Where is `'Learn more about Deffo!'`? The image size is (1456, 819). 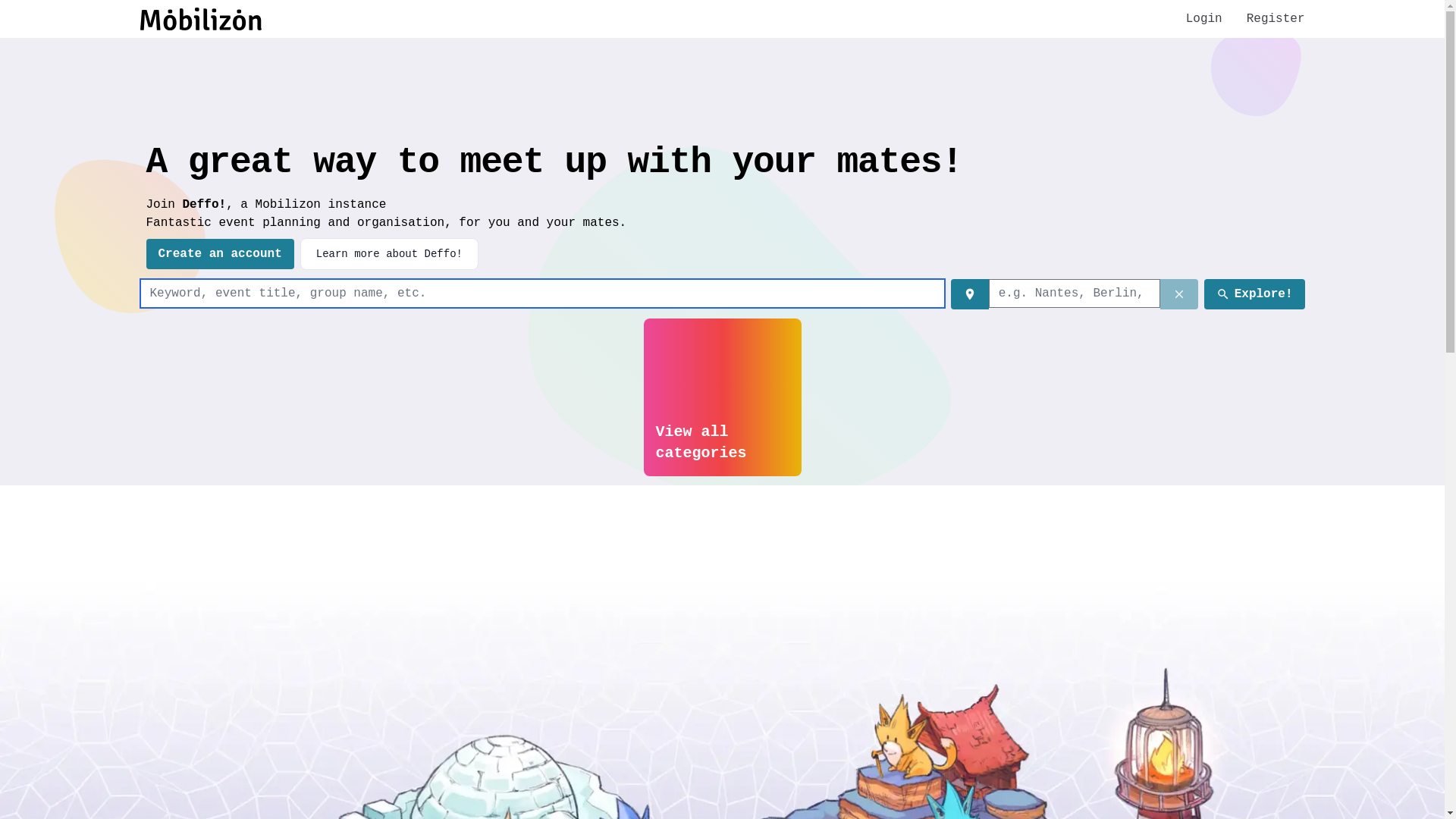 'Learn more about Deffo!' is located at coordinates (300, 253).